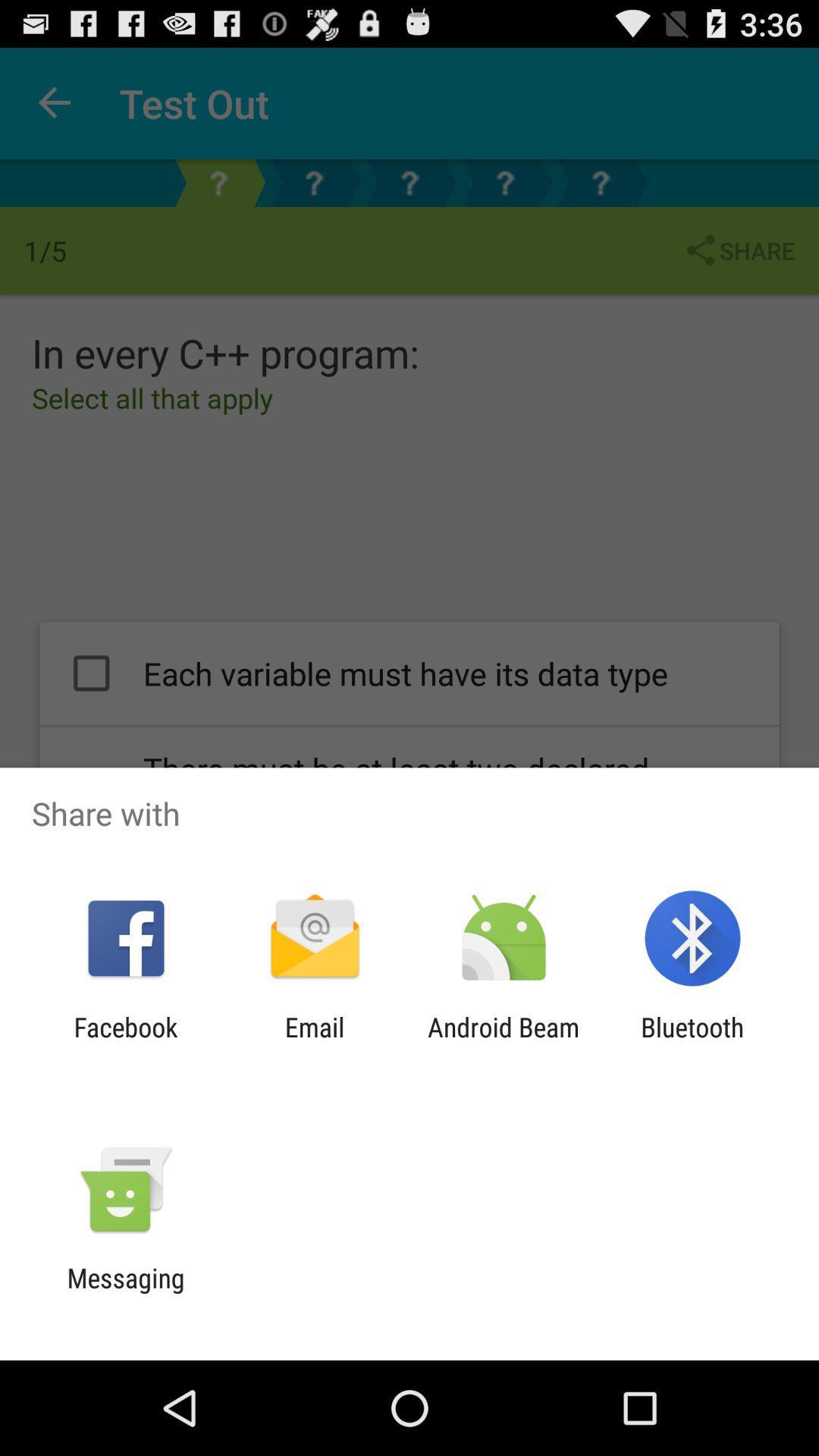  Describe the element at coordinates (504, 1042) in the screenshot. I see `icon to the right of the email app` at that location.